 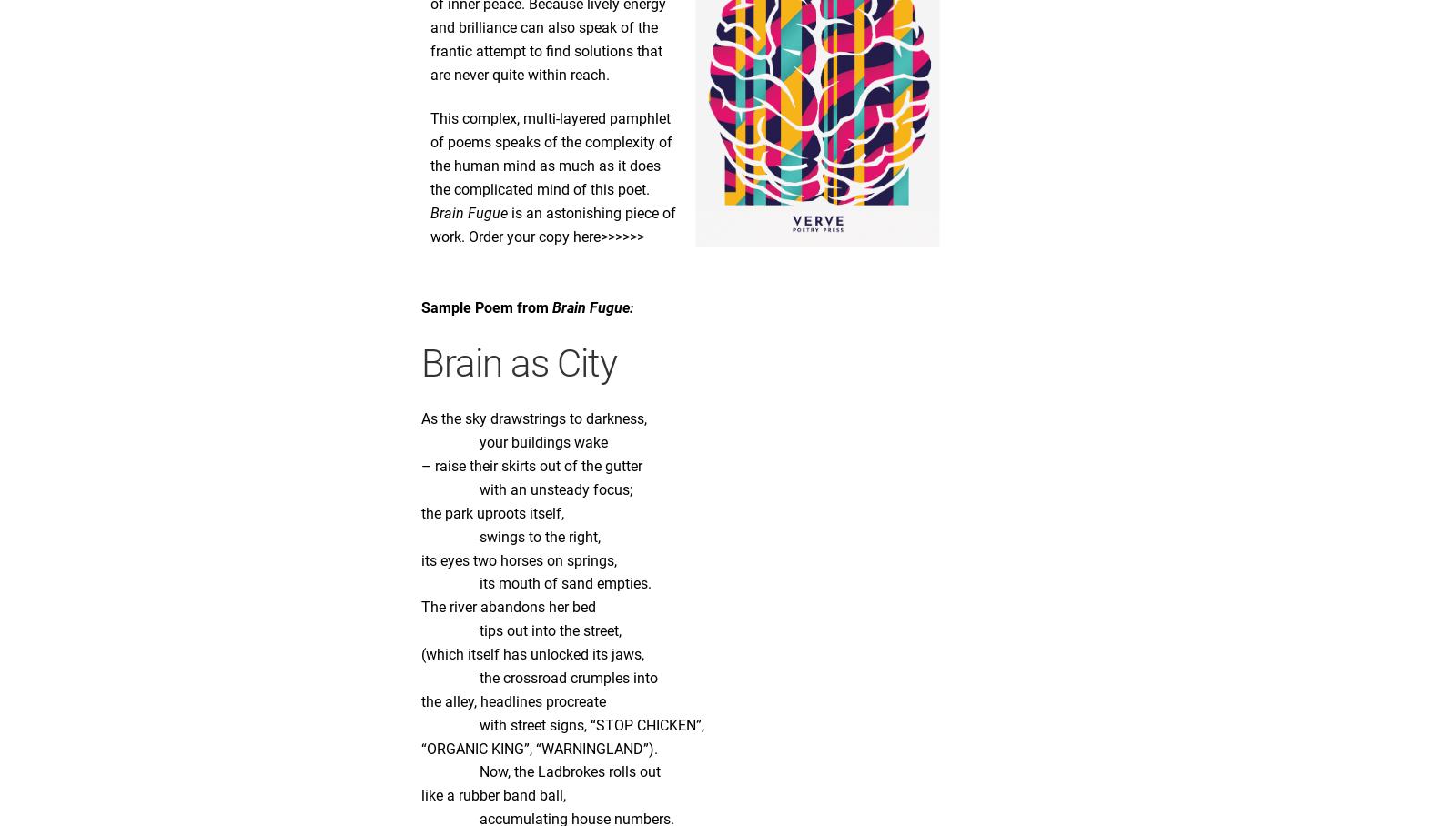 What do you see at coordinates (562, 724) in the screenshot?
I see `'with street signs, “STOP CHICKEN”,'` at bounding box center [562, 724].